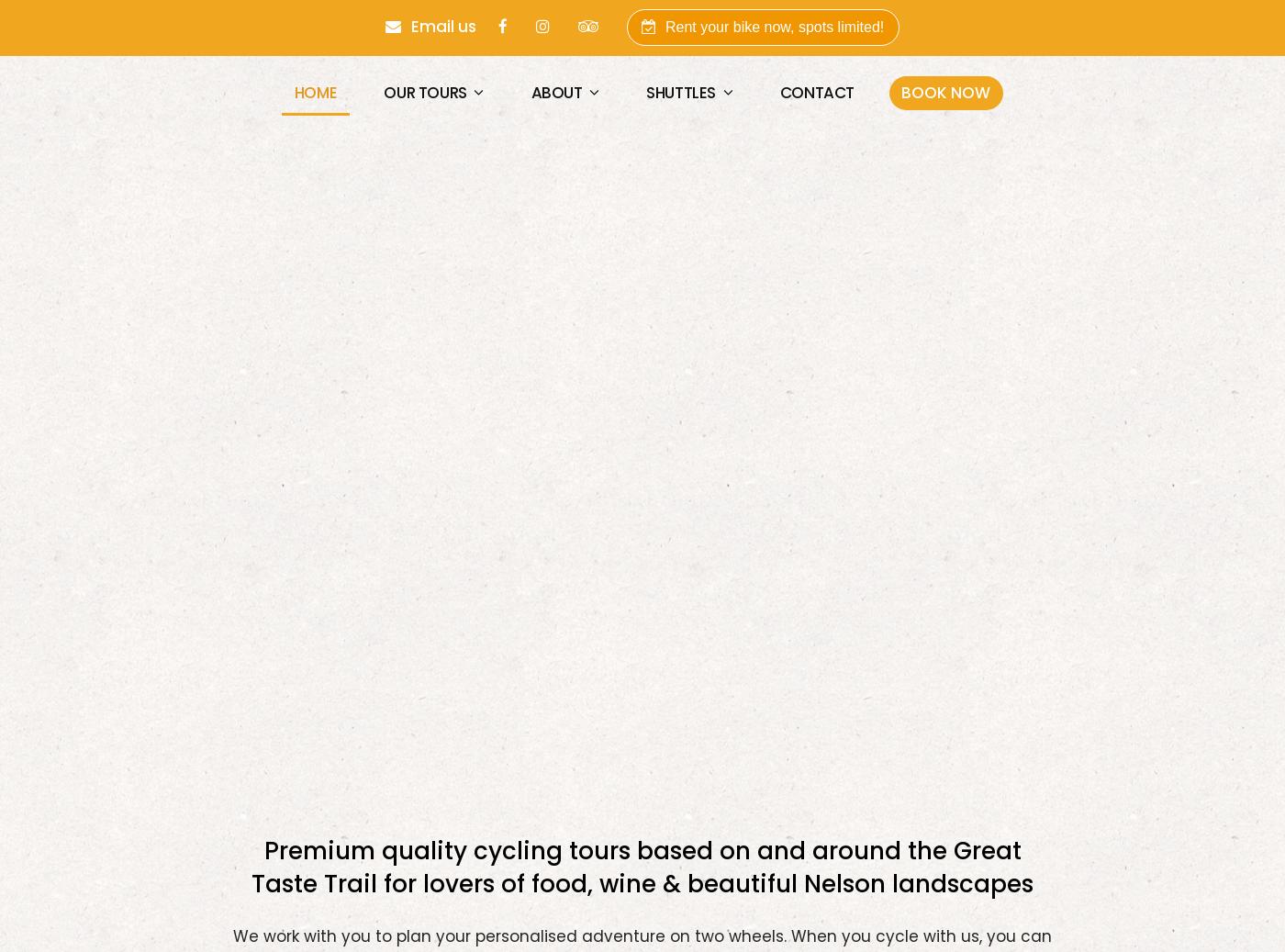  What do you see at coordinates (583, 157) in the screenshot?
I see `'Our Story'` at bounding box center [583, 157].